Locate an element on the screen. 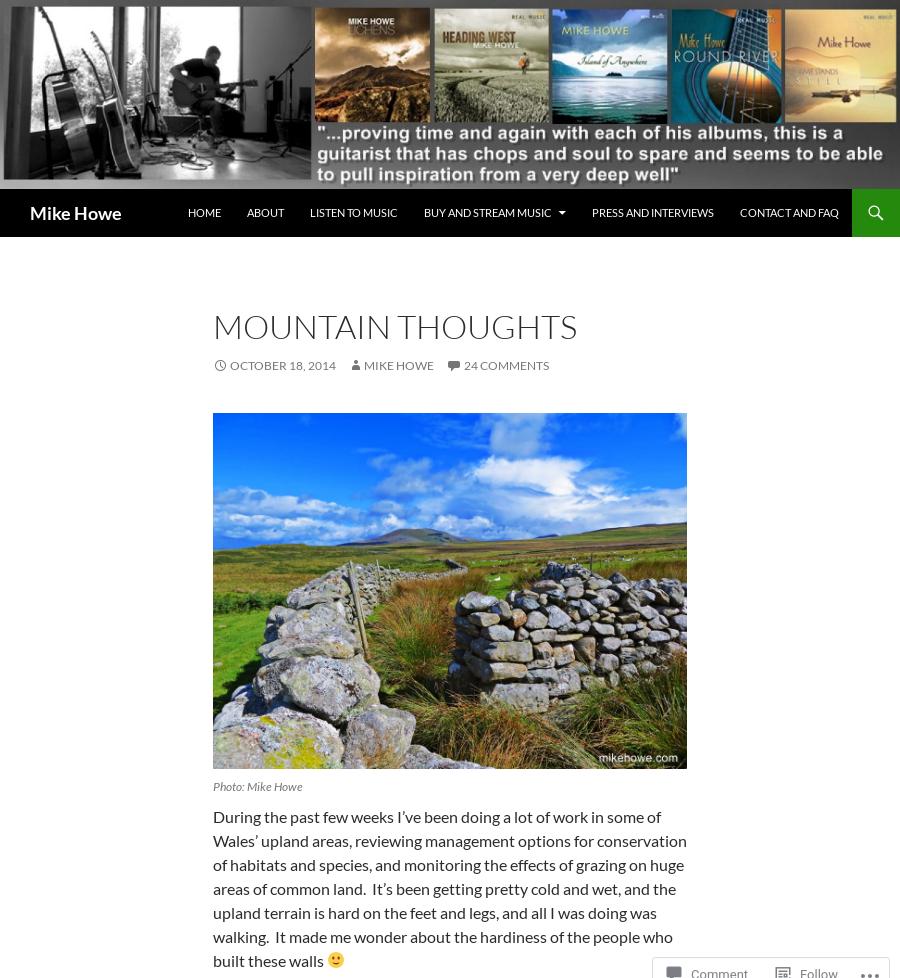  'During the past few weeks I’ve been doing a lot of work in some of Wales’ upland areas, reviewing management options for conservation of habitats and species, and monitoring the effects of grazing on huge areas of common land.  It’s been getting pretty cold and wet, and the upland terrain is hard on the feet and legs, and all I was doing was walking.  It made me wonder about the hardiness of the people who built these walls' is located at coordinates (450, 886).